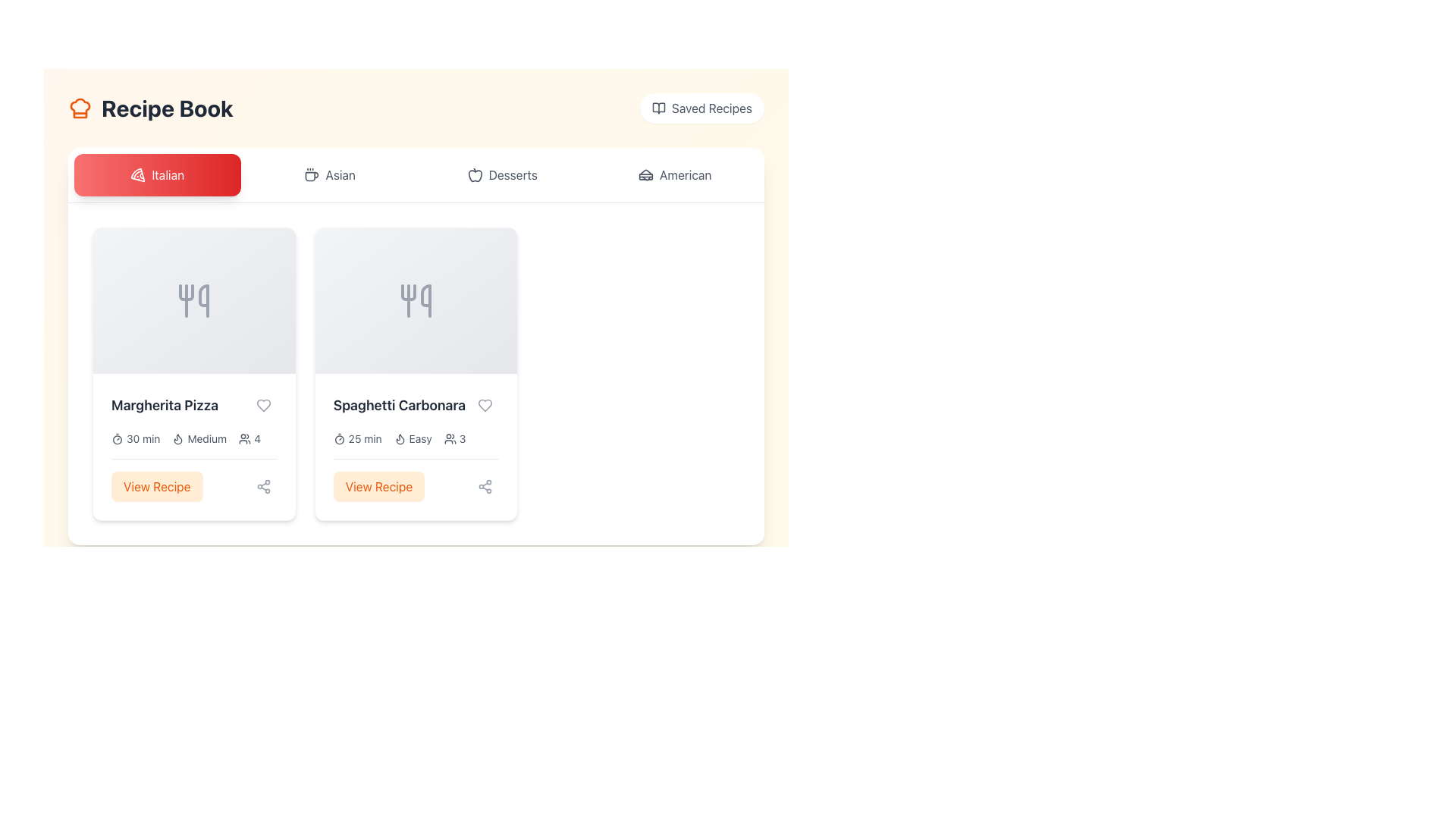 This screenshot has height=819, width=1456. I want to click on the share button located in the bottom right corner of the 'Margherita Pizza' recipe card, so click(263, 486).